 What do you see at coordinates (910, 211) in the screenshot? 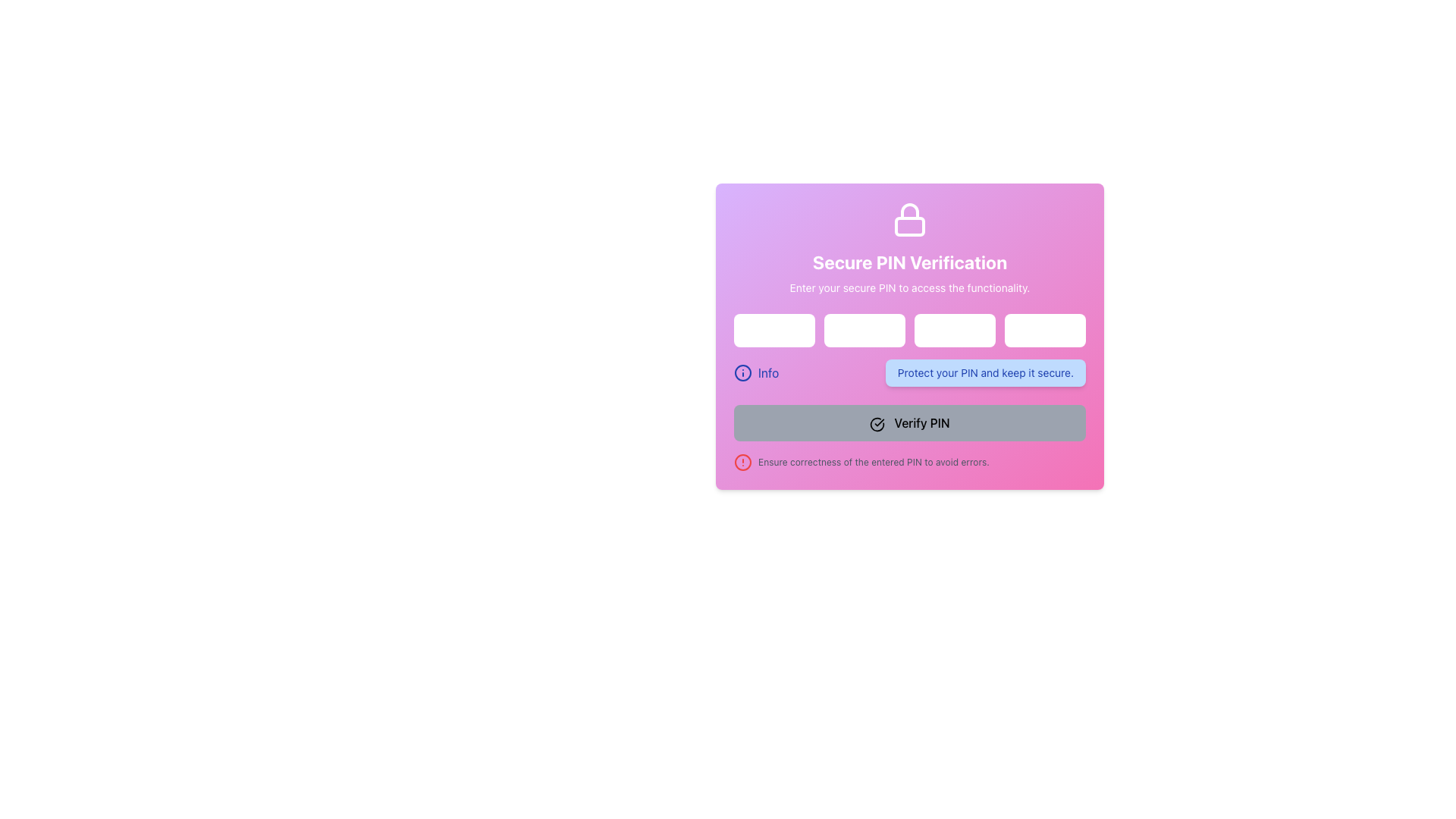
I see `the curved arc of the lock icon which symbolizes security or privacy, located at the top section of the form interface` at bounding box center [910, 211].